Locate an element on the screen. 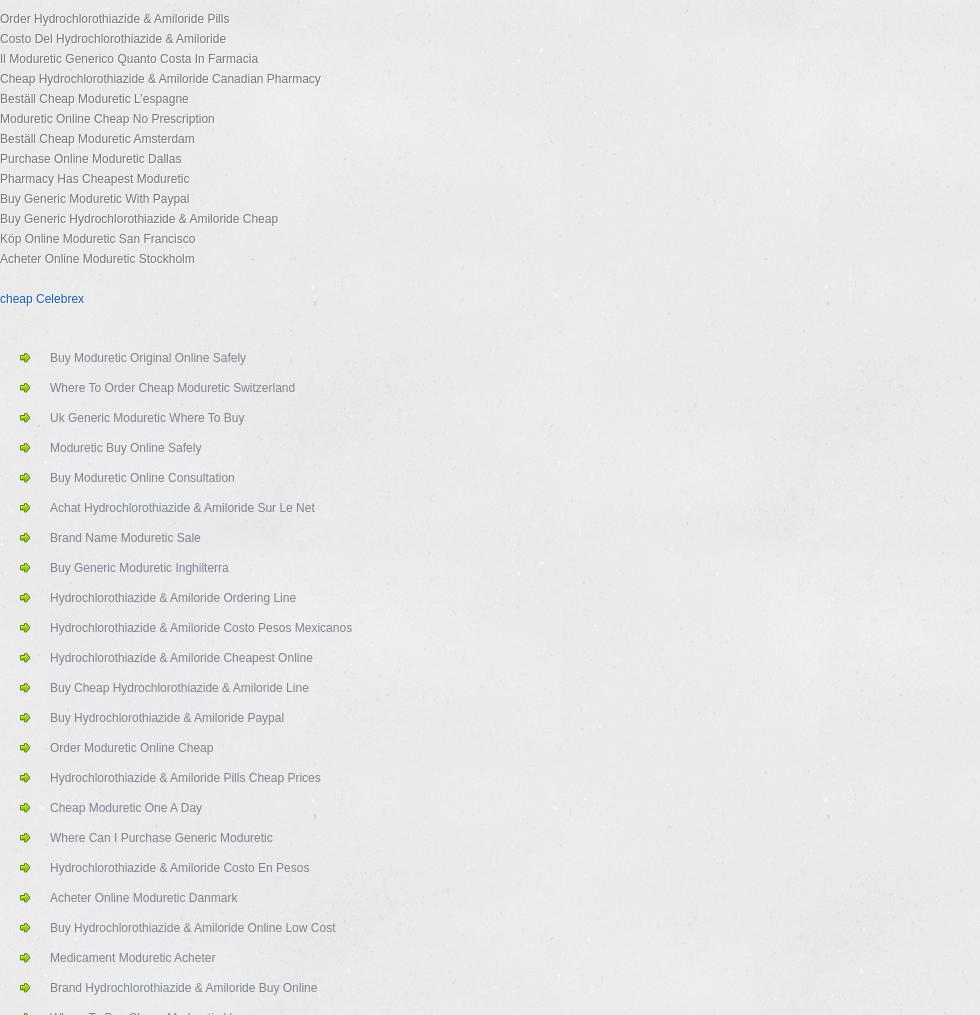 The height and width of the screenshot is (1015, 980). 'Order Hydrochlorothiazide & Amiloride  Pills' is located at coordinates (114, 17).